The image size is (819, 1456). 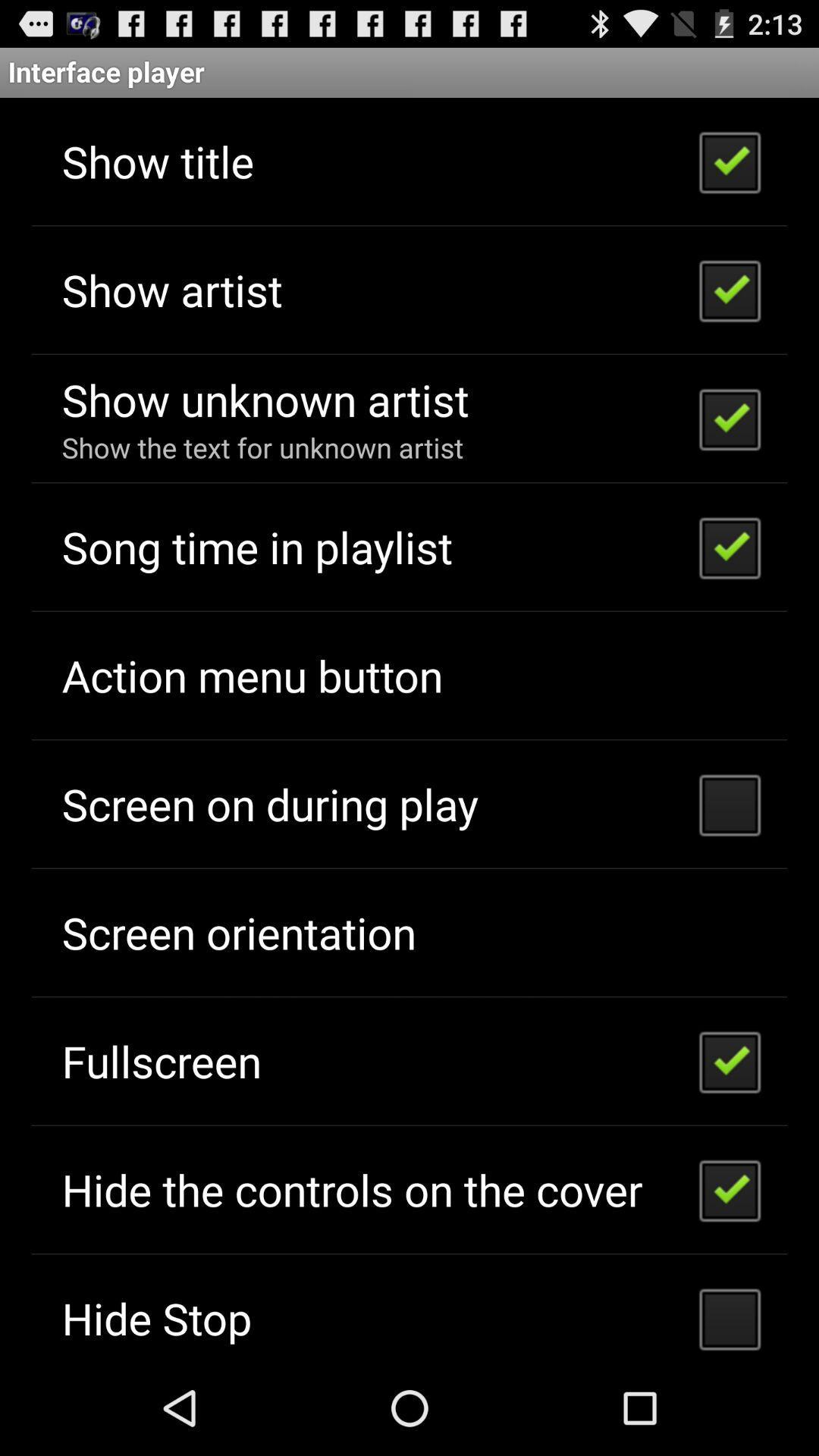 What do you see at coordinates (251, 674) in the screenshot?
I see `the icon above screen on during app` at bounding box center [251, 674].